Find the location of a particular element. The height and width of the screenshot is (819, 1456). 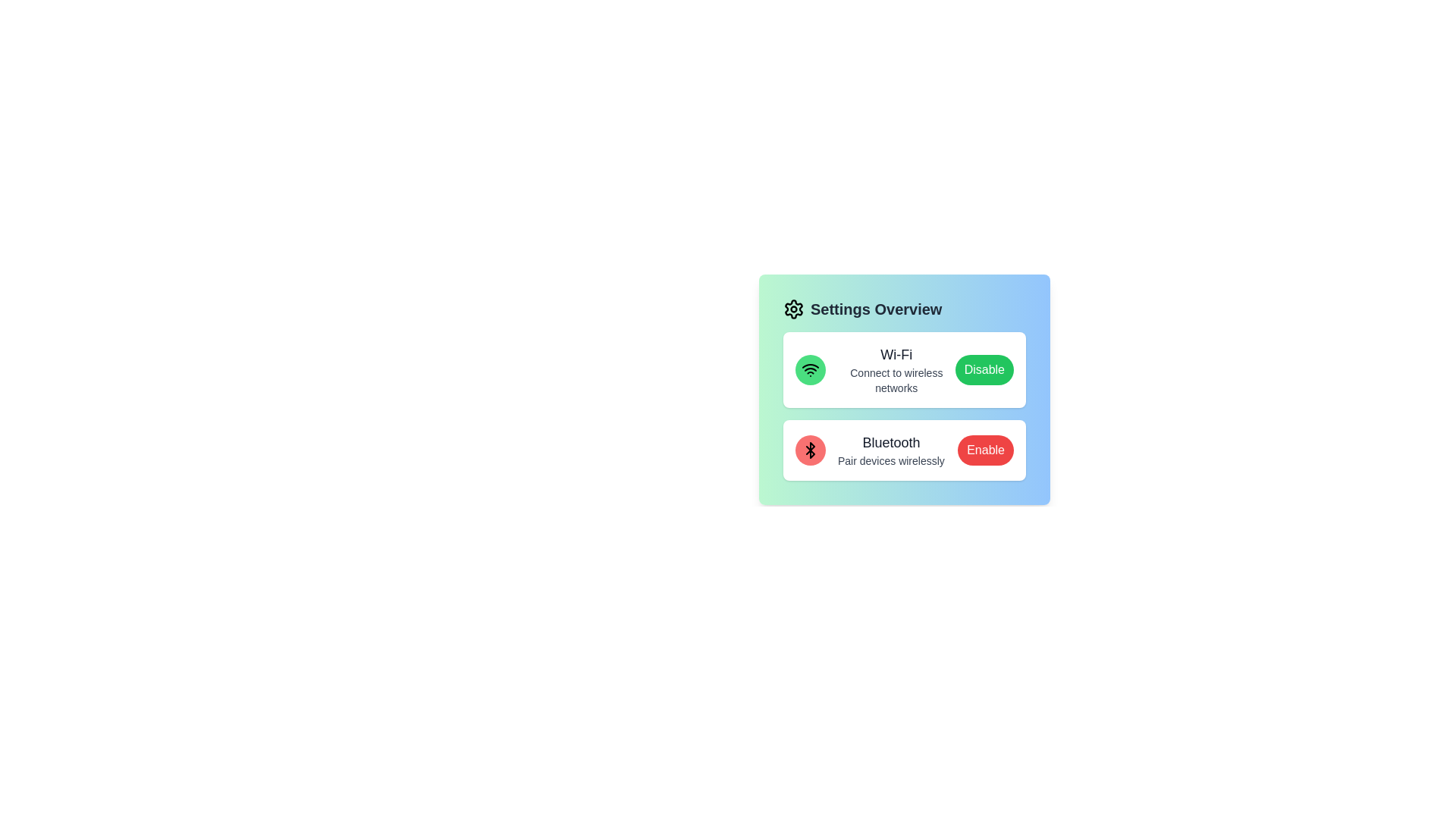

the description text of the Bluetooth setting, which reads 'Pair devices wirelessly' is located at coordinates (891, 460).